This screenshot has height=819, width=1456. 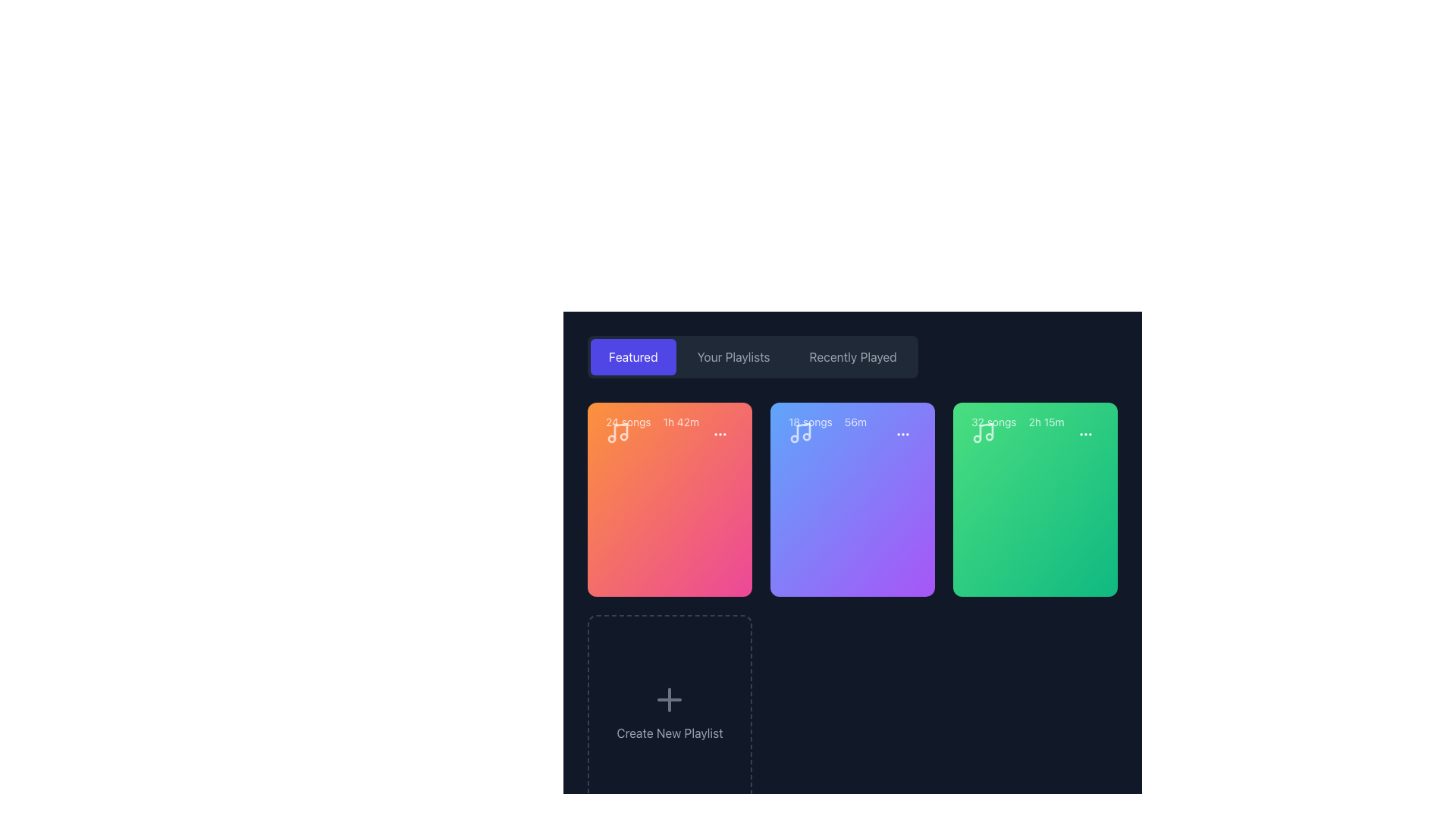 I want to click on the 'Your Playlists' button in the navigation bar, so click(x=733, y=356).